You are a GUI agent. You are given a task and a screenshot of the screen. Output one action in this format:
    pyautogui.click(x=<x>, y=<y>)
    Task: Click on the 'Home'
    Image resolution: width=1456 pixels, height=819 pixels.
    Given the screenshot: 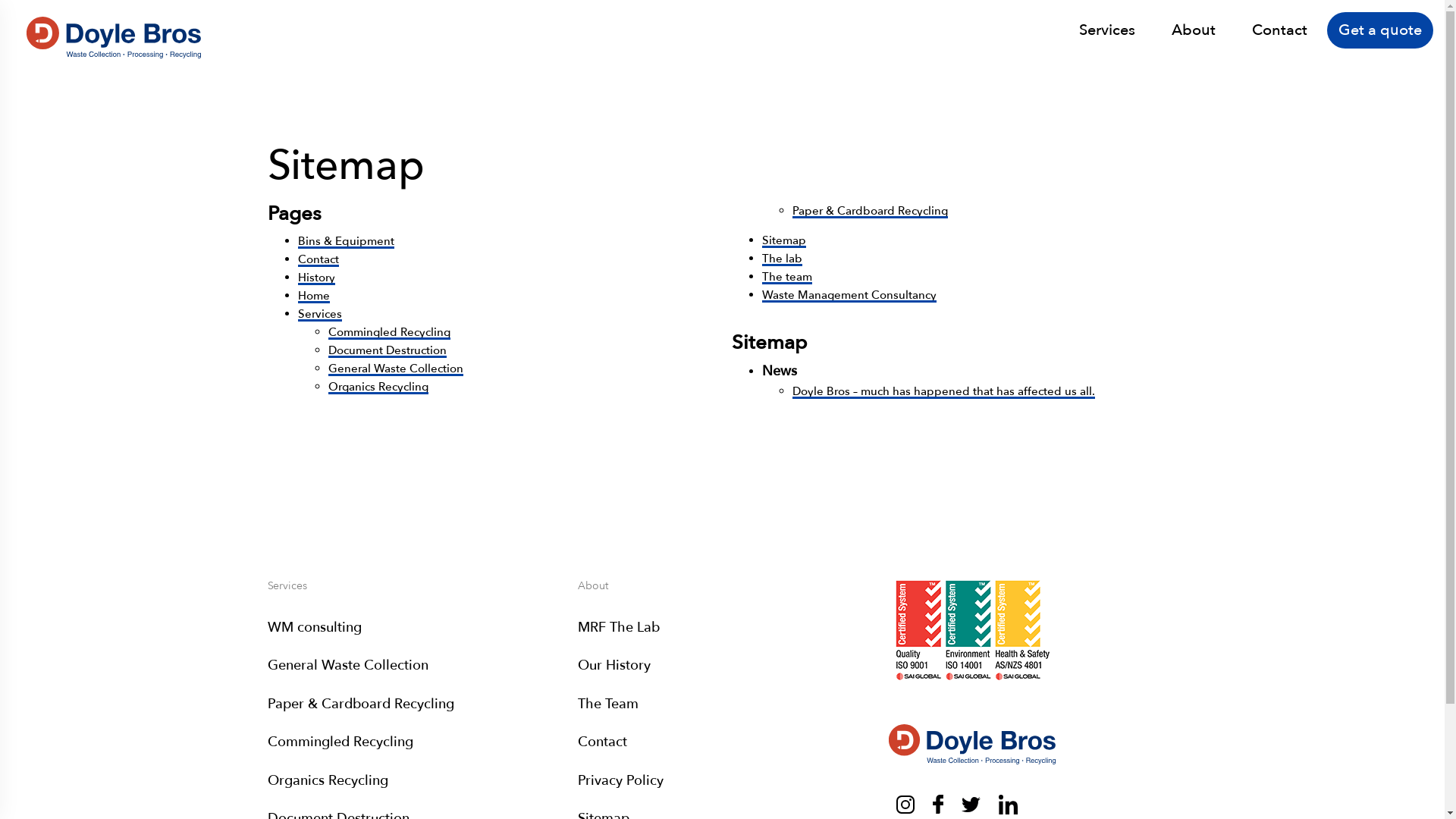 What is the action you would take?
    pyautogui.click(x=297, y=295)
    